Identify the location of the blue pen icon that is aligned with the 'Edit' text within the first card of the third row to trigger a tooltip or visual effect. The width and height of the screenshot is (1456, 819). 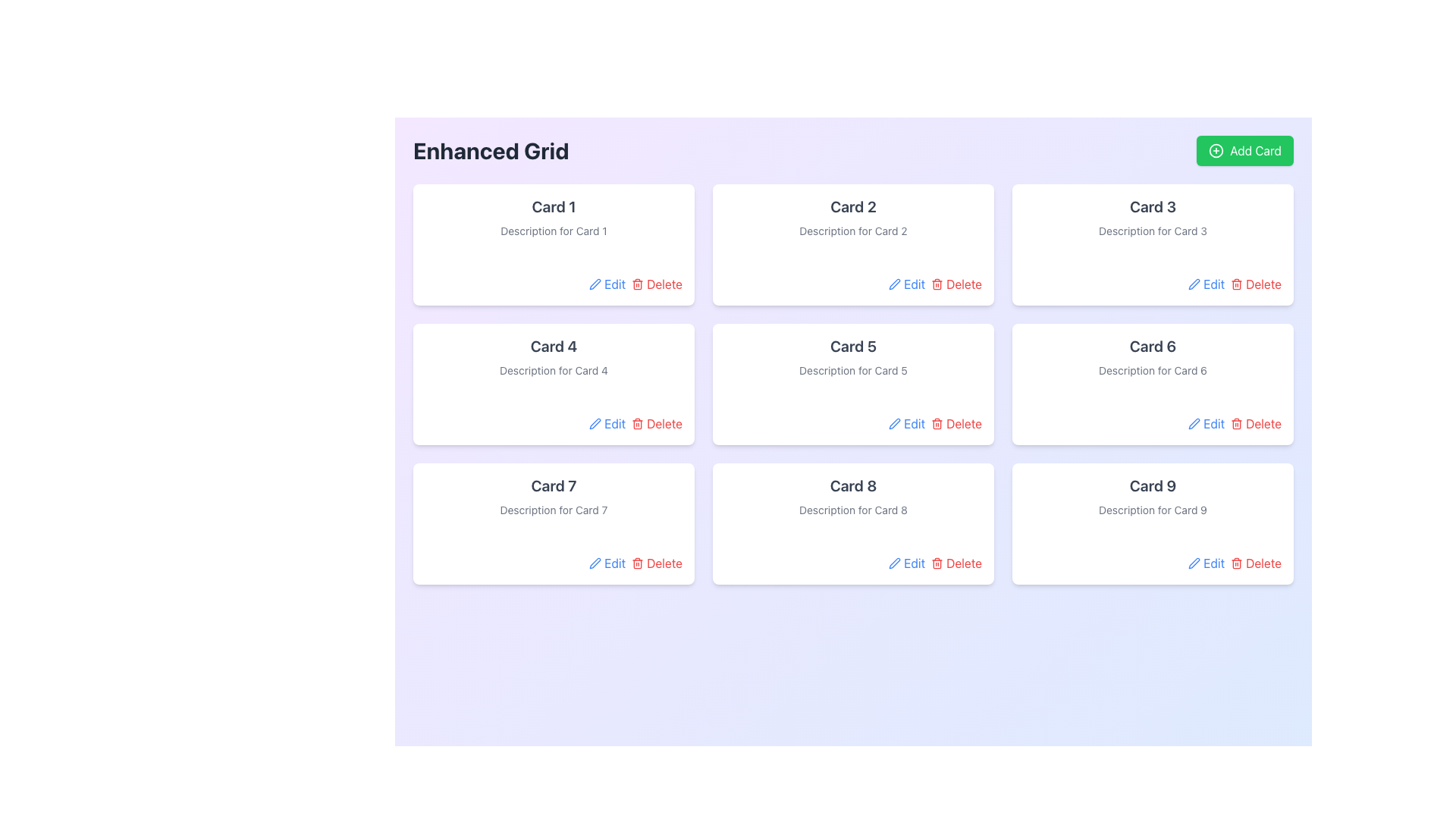
(595, 563).